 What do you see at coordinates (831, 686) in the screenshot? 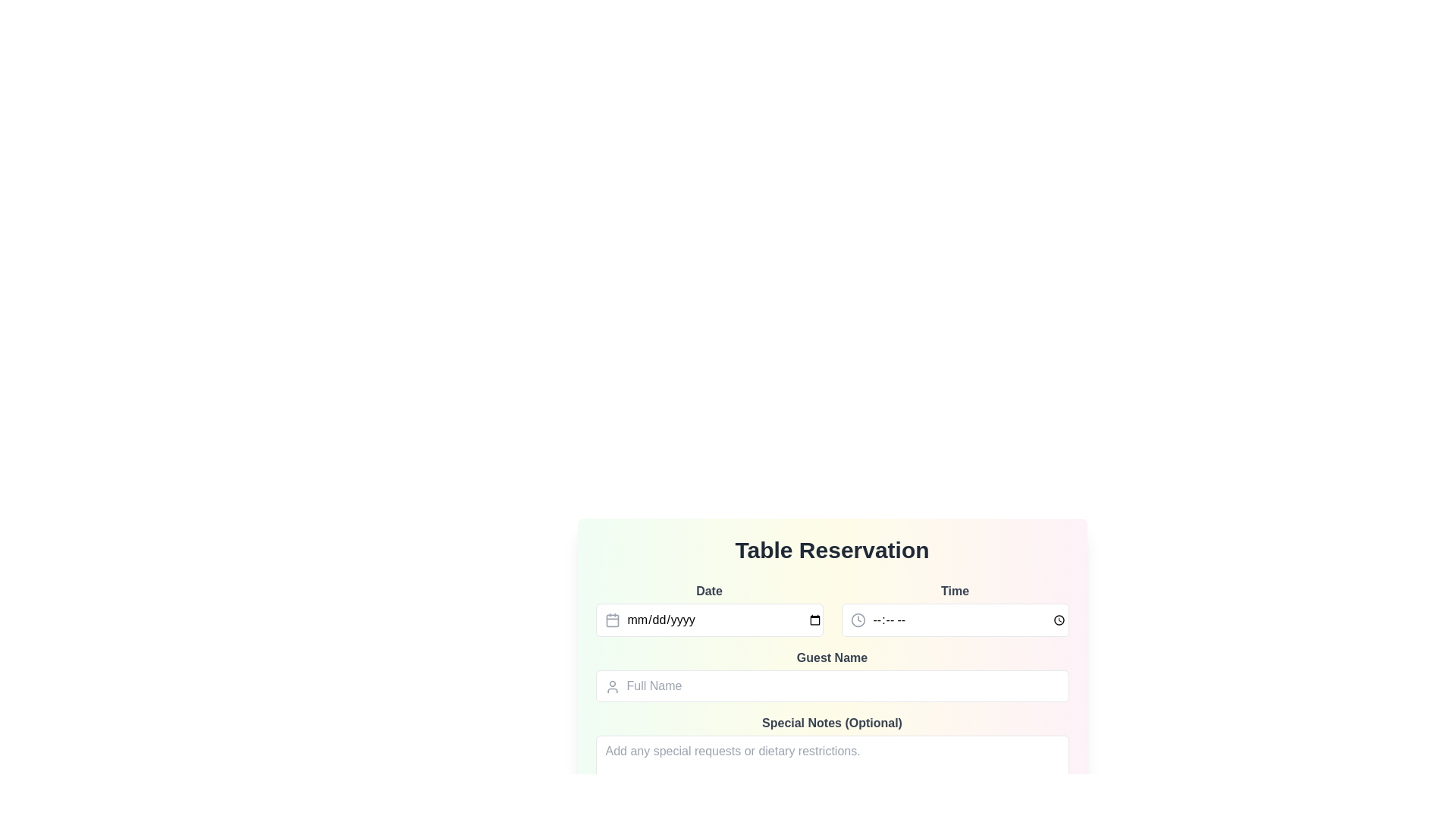
I see `the text input field for 'Full Name' under the 'Guest Name' heading by tabbing to this field` at bounding box center [831, 686].